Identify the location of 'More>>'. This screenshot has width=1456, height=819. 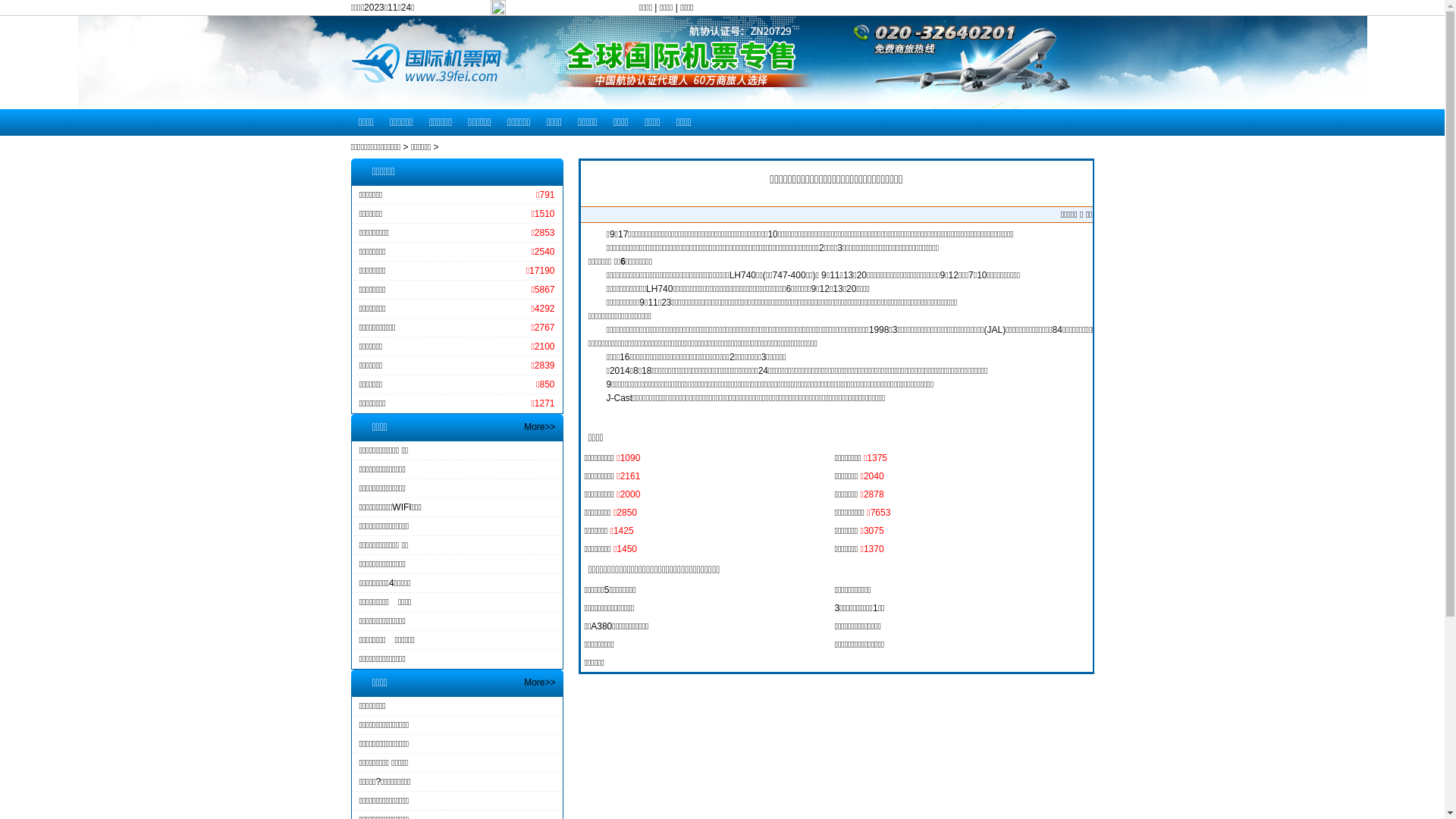
(539, 427).